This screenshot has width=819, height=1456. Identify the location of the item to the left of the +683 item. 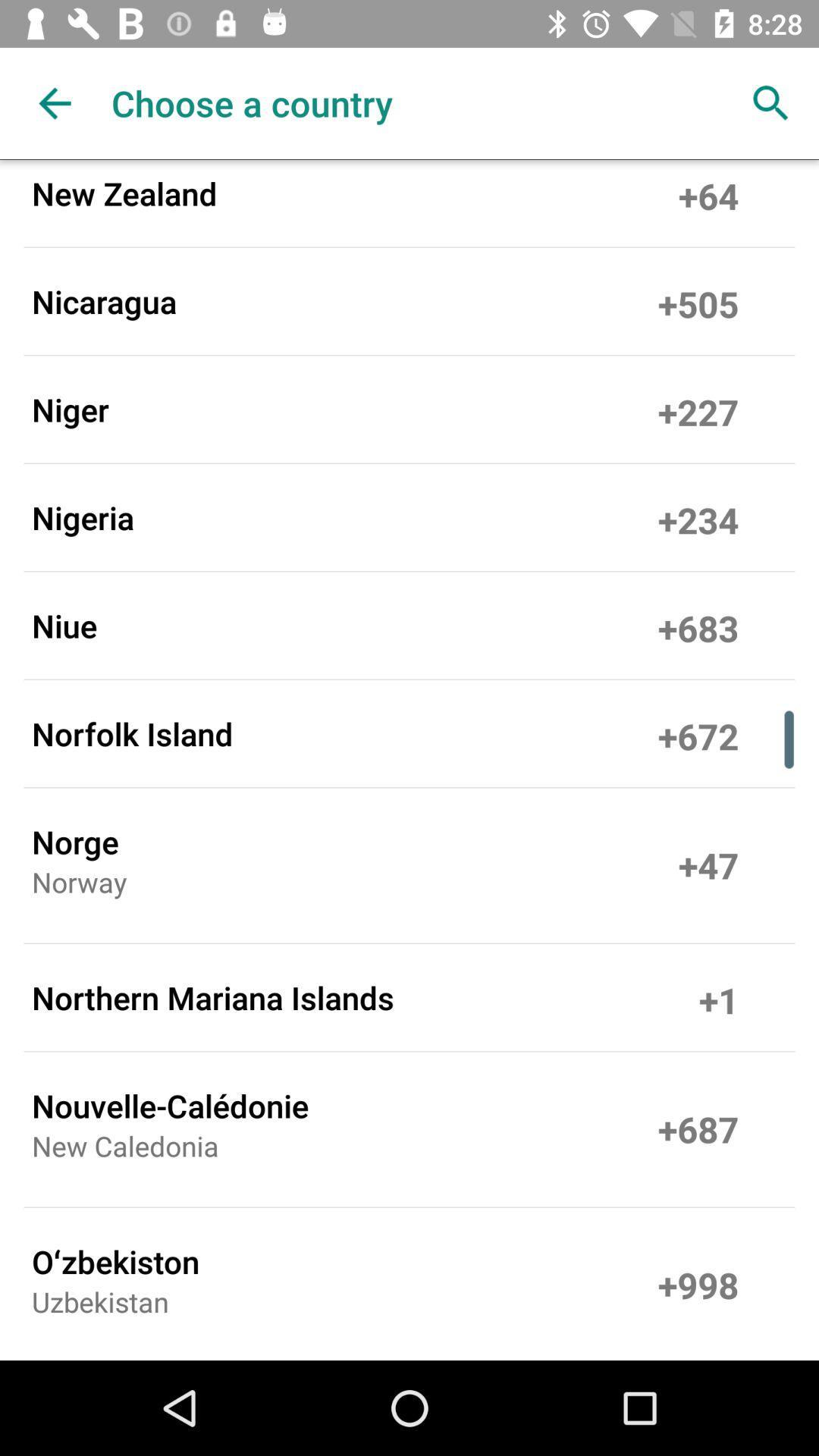
(64, 626).